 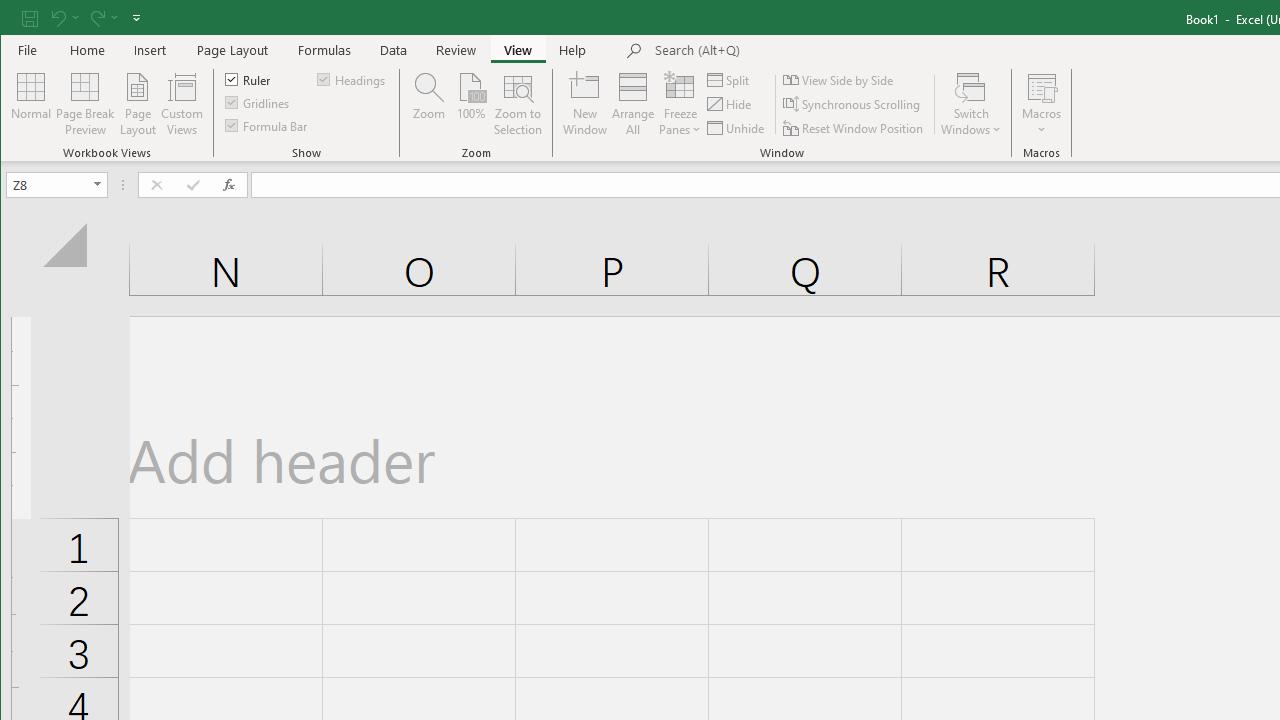 I want to click on 'Reset Window Position', so click(x=855, y=128).